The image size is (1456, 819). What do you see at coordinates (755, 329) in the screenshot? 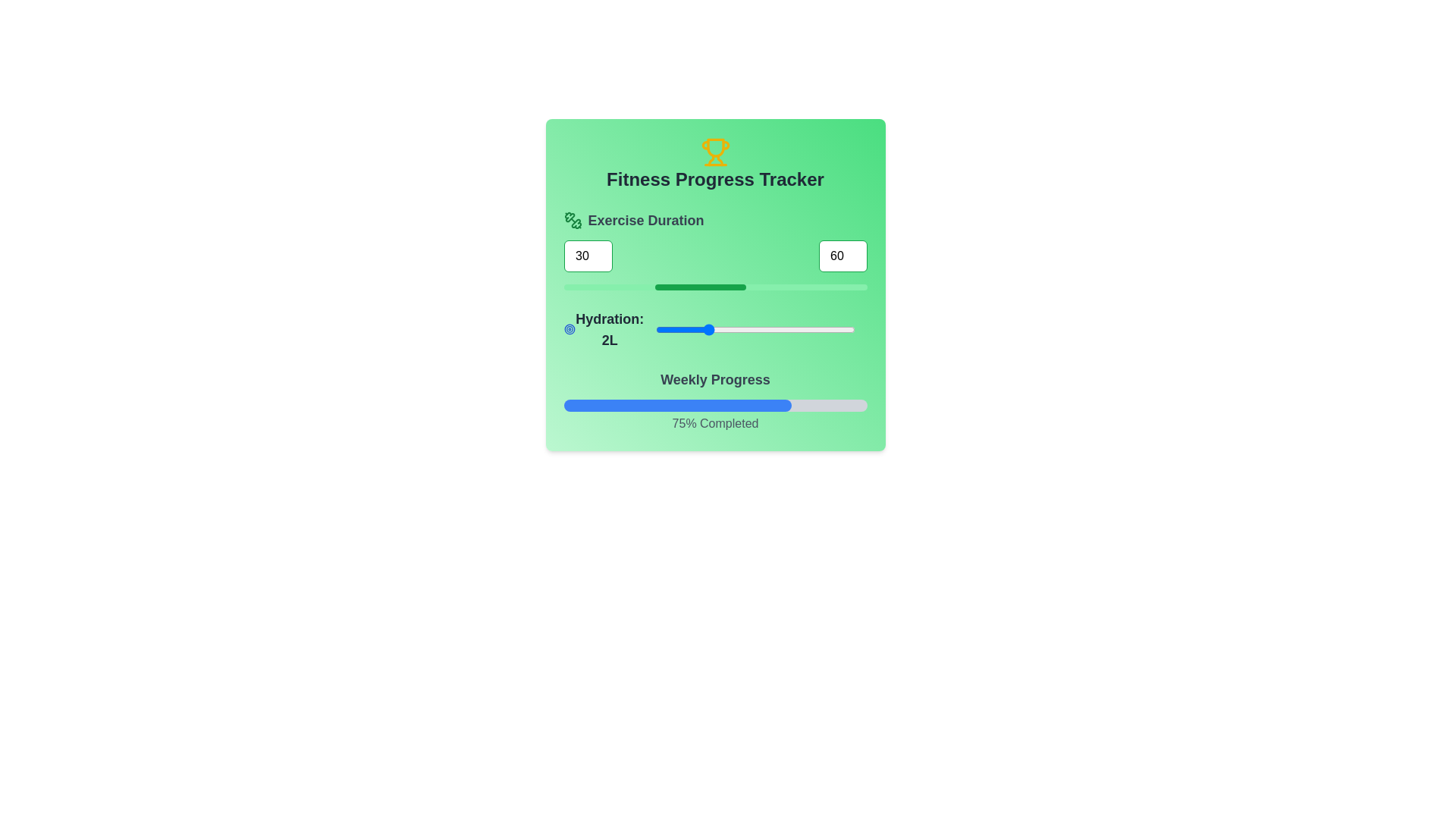
I see `the thumb of the horizontal range slider located below the 'Hydration: 2L' label` at bounding box center [755, 329].